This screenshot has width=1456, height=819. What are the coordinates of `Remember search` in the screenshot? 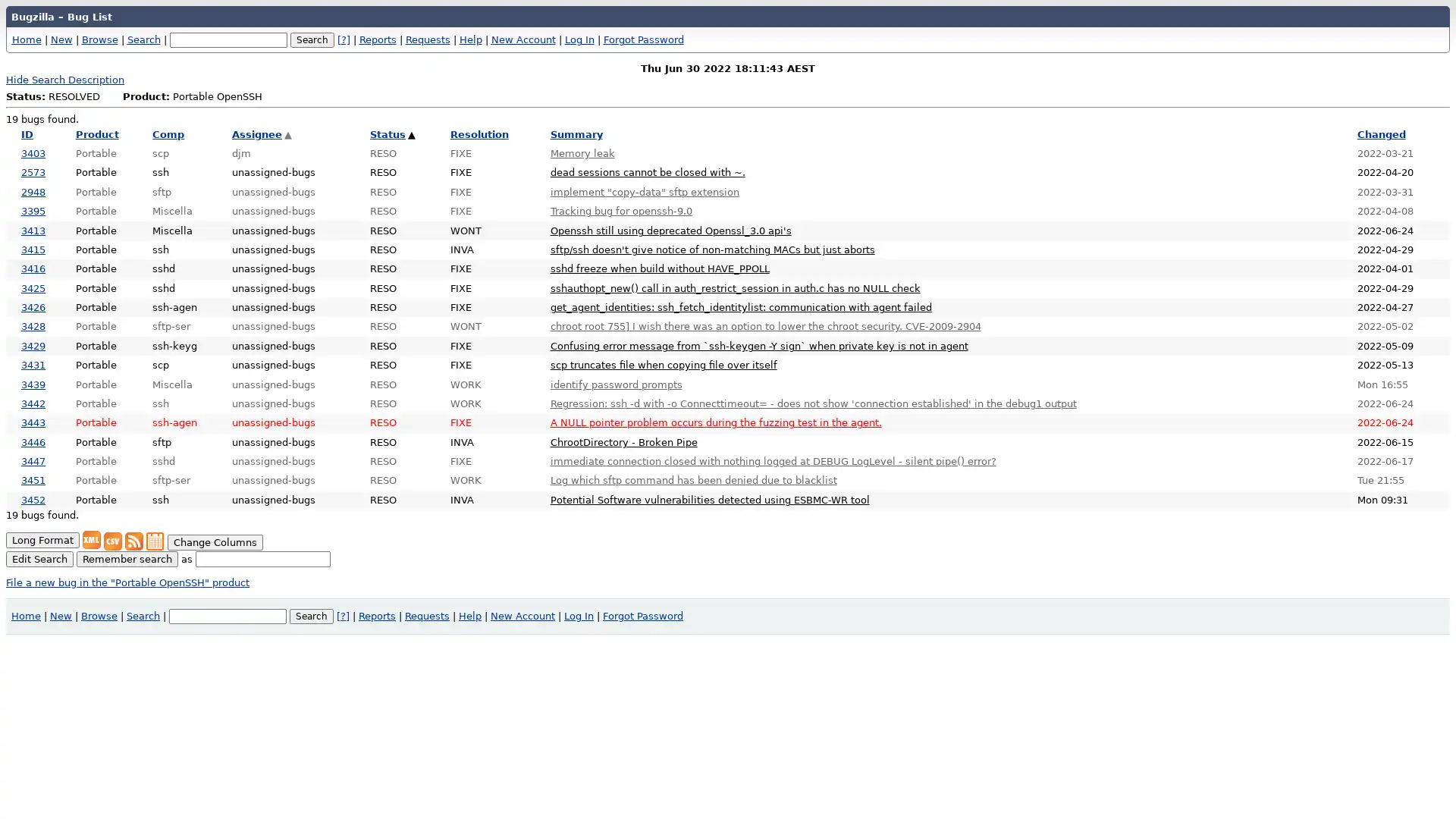 It's located at (127, 559).